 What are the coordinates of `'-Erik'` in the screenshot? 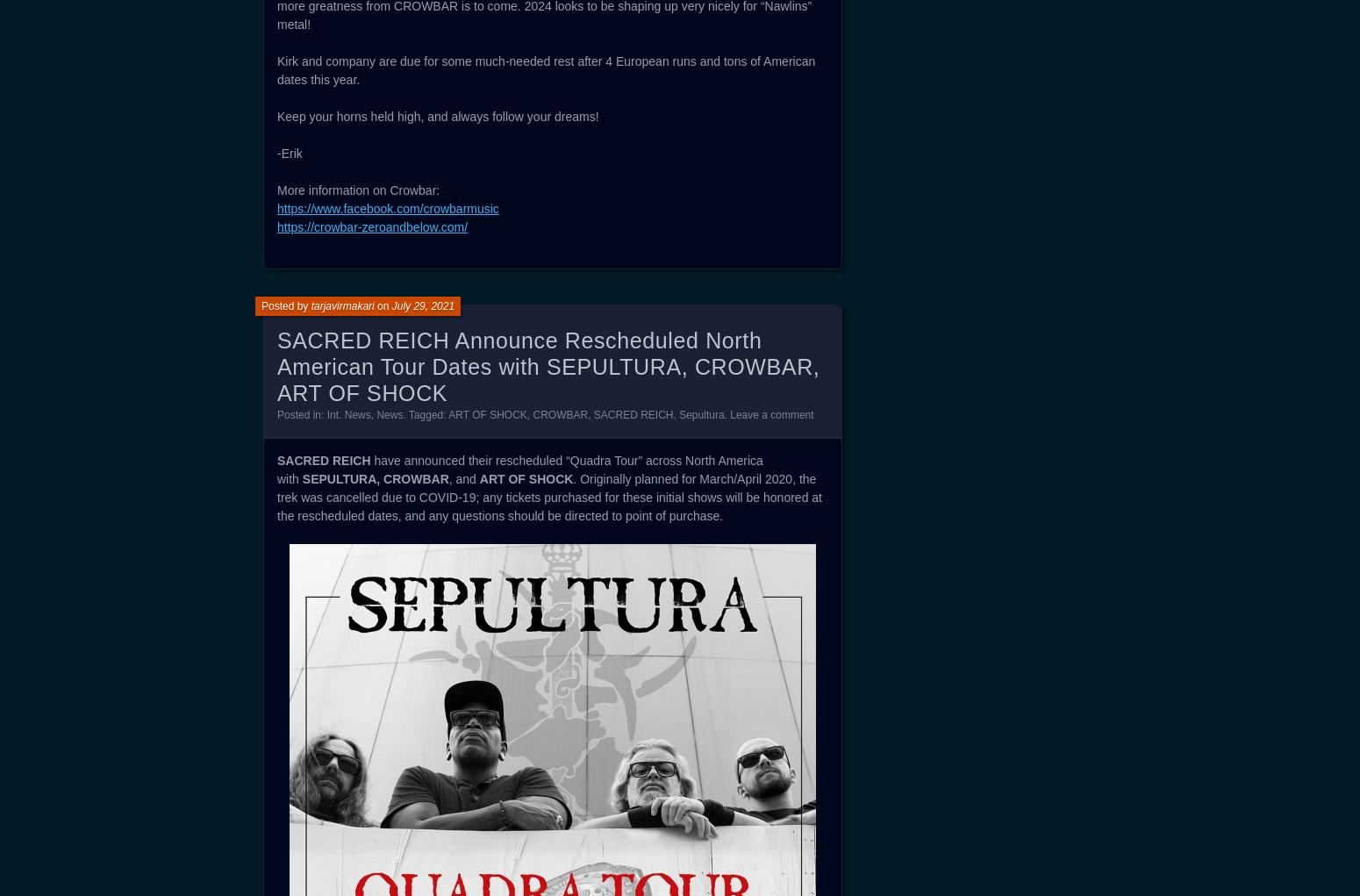 It's located at (276, 152).